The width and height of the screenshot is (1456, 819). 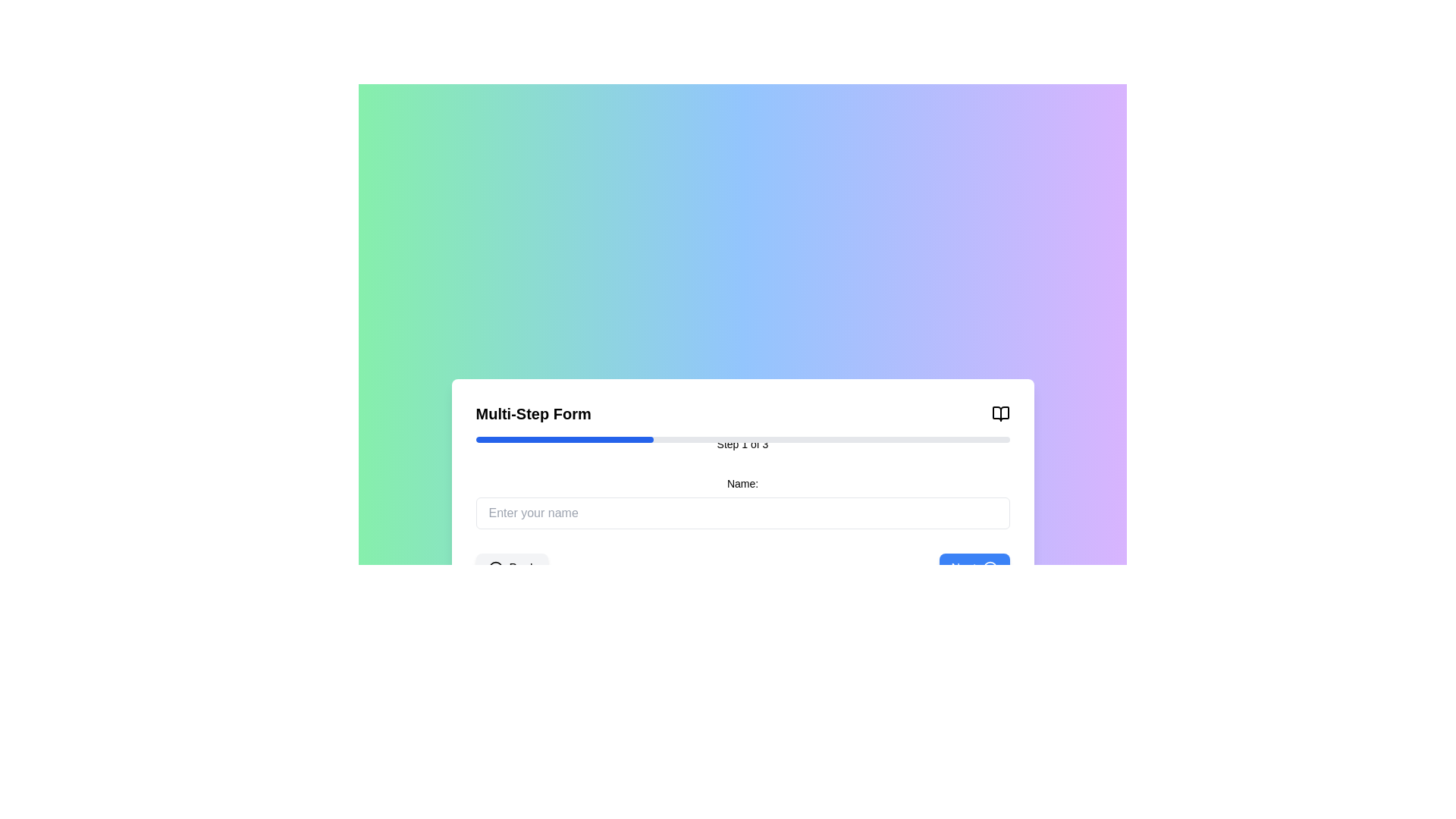 I want to click on the forward navigation icon located at the far right of the blue rounded rectangle button labeled 'Next', so click(x=990, y=568).